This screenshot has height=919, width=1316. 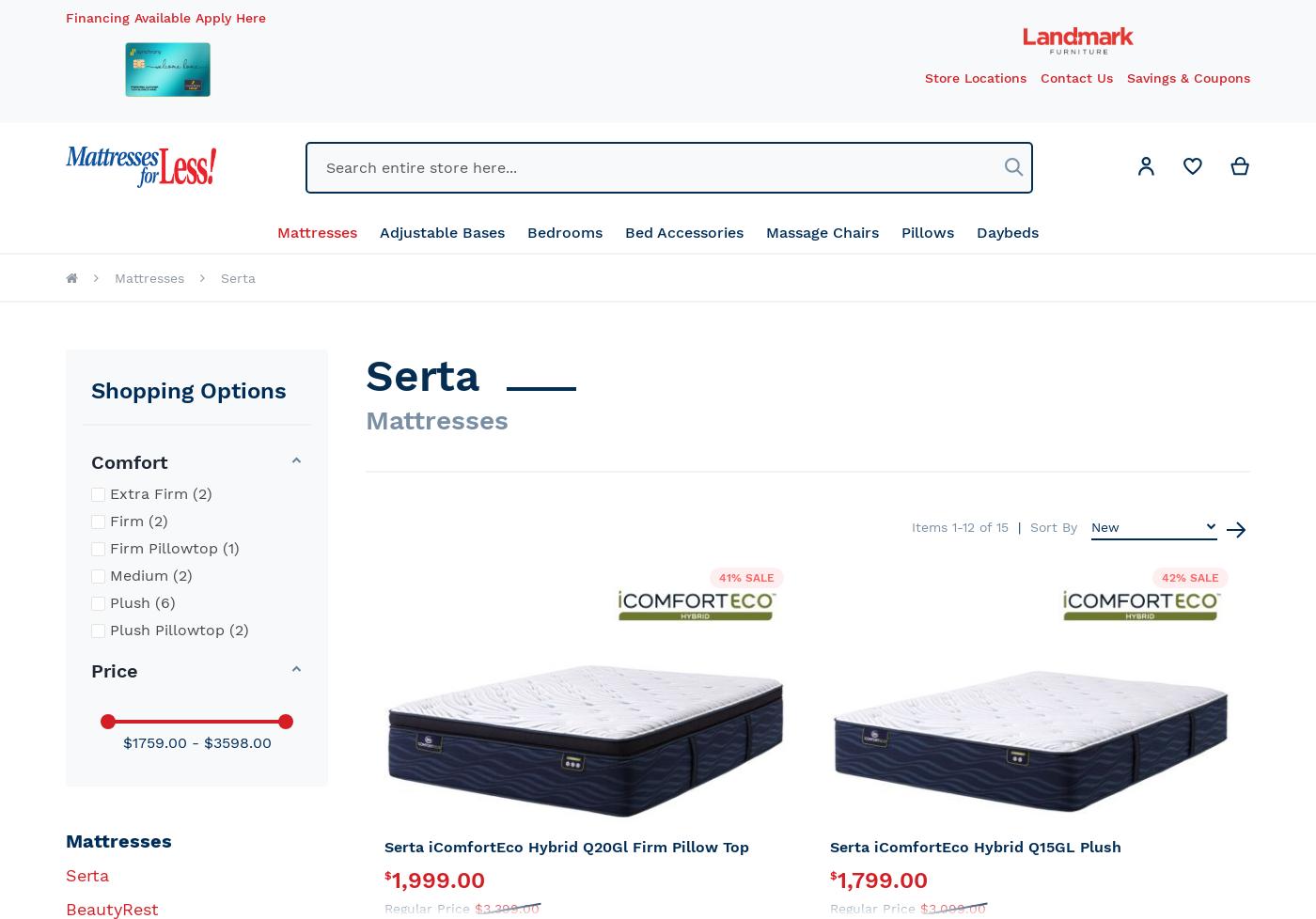 What do you see at coordinates (1076, 76) in the screenshot?
I see `'Contact Us'` at bounding box center [1076, 76].